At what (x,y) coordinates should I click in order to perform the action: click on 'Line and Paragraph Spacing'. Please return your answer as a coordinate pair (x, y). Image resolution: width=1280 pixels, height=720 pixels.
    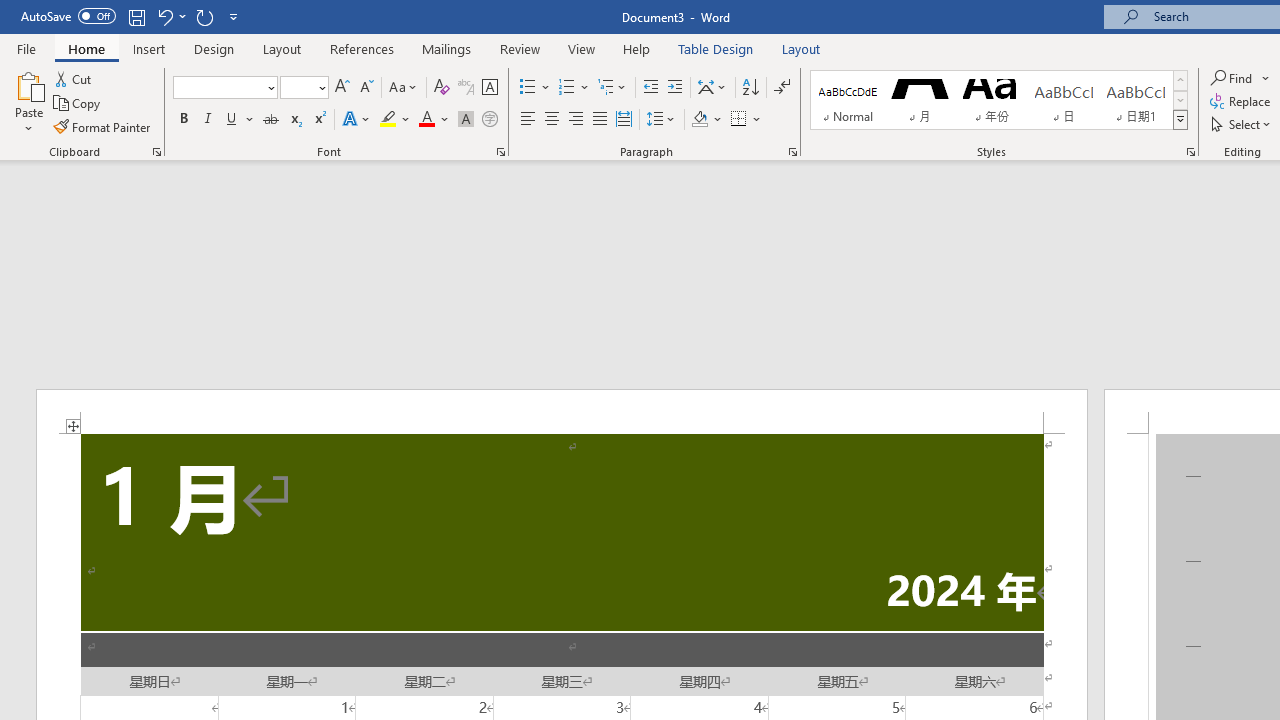
    Looking at the image, I should click on (661, 119).